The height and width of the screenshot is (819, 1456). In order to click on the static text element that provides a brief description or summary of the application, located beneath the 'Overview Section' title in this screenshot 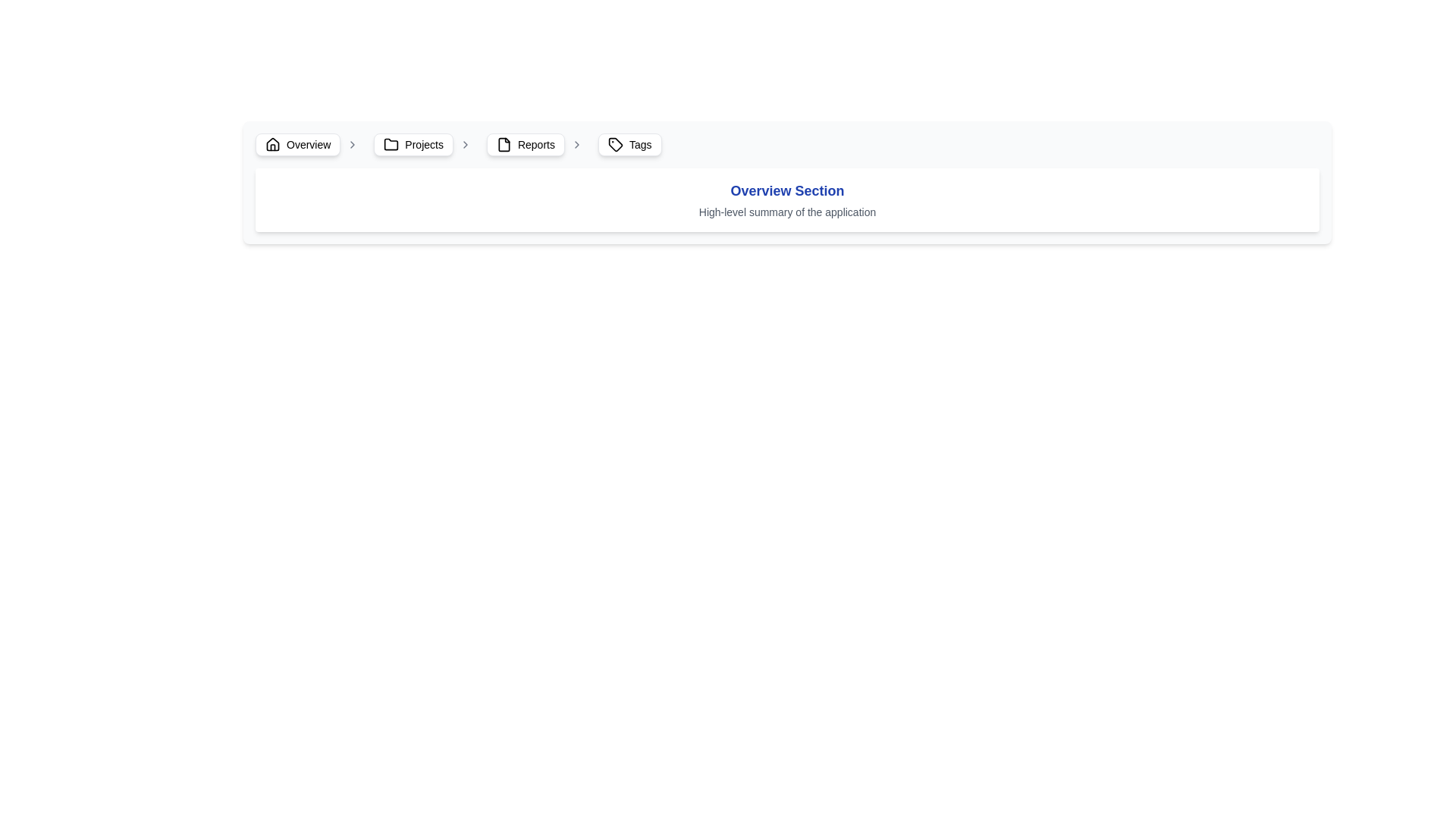, I will do `click(787, 212)`.